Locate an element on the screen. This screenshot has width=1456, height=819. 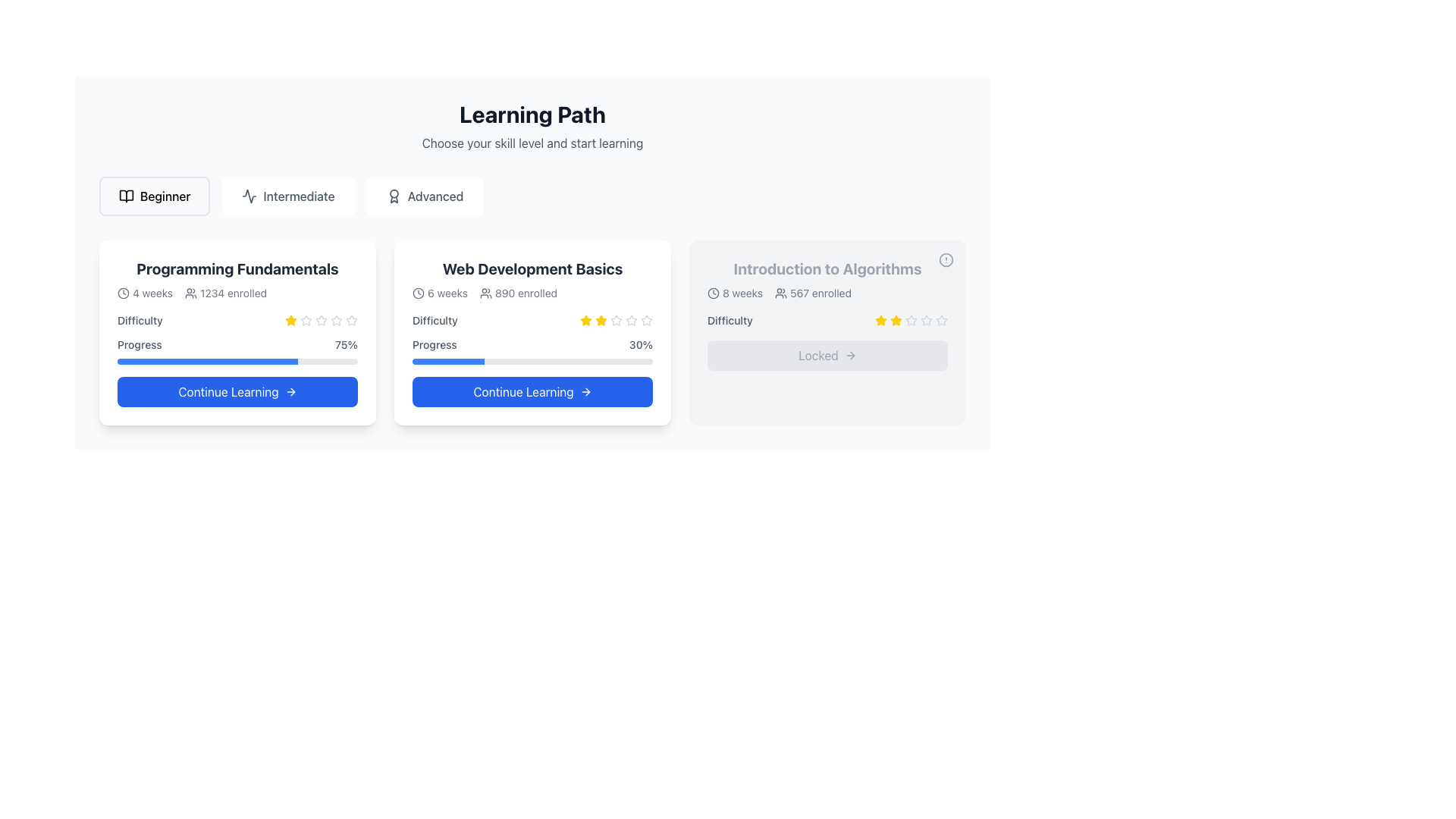
the 'Beginner' button, which is a rounded rectangular button with a light green background and darker green text, located near the upper-left part of the interface is located at coordinates (154, 195).